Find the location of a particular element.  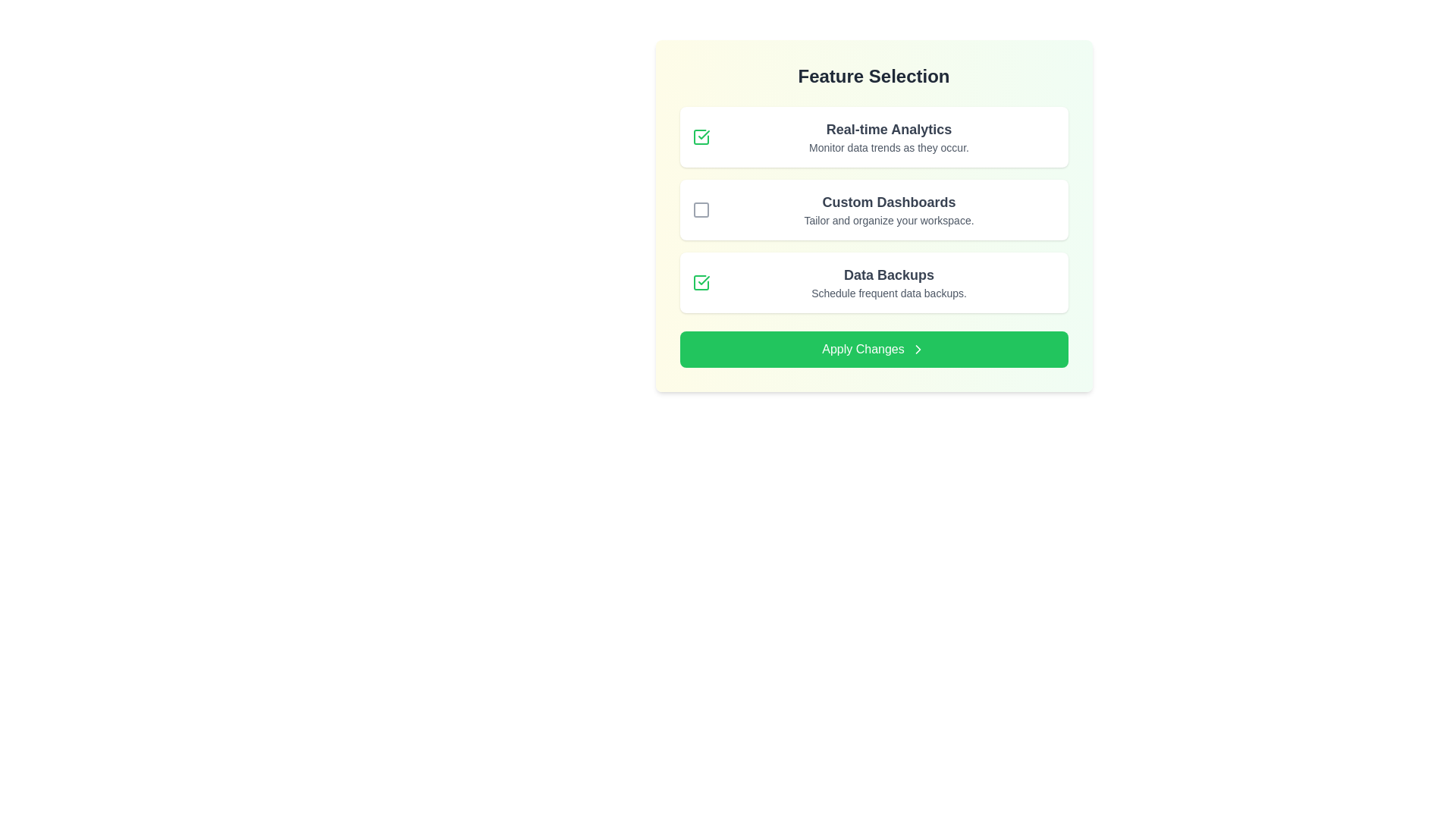

the icon within the green 'Apply Changes' button is located at coordinates (917, 350).